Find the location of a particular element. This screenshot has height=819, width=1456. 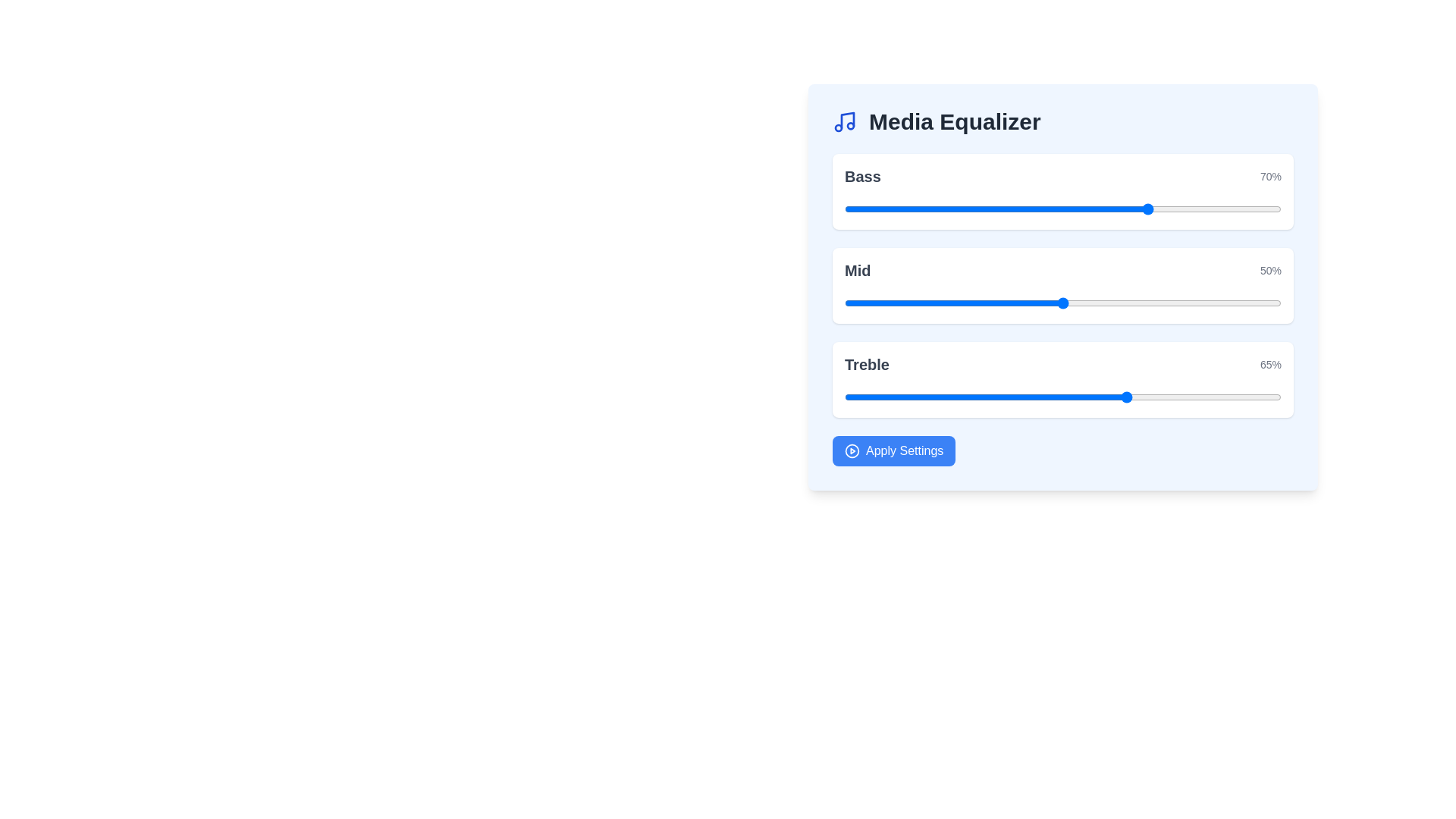

the slider is located at coordinates (1180, 303).